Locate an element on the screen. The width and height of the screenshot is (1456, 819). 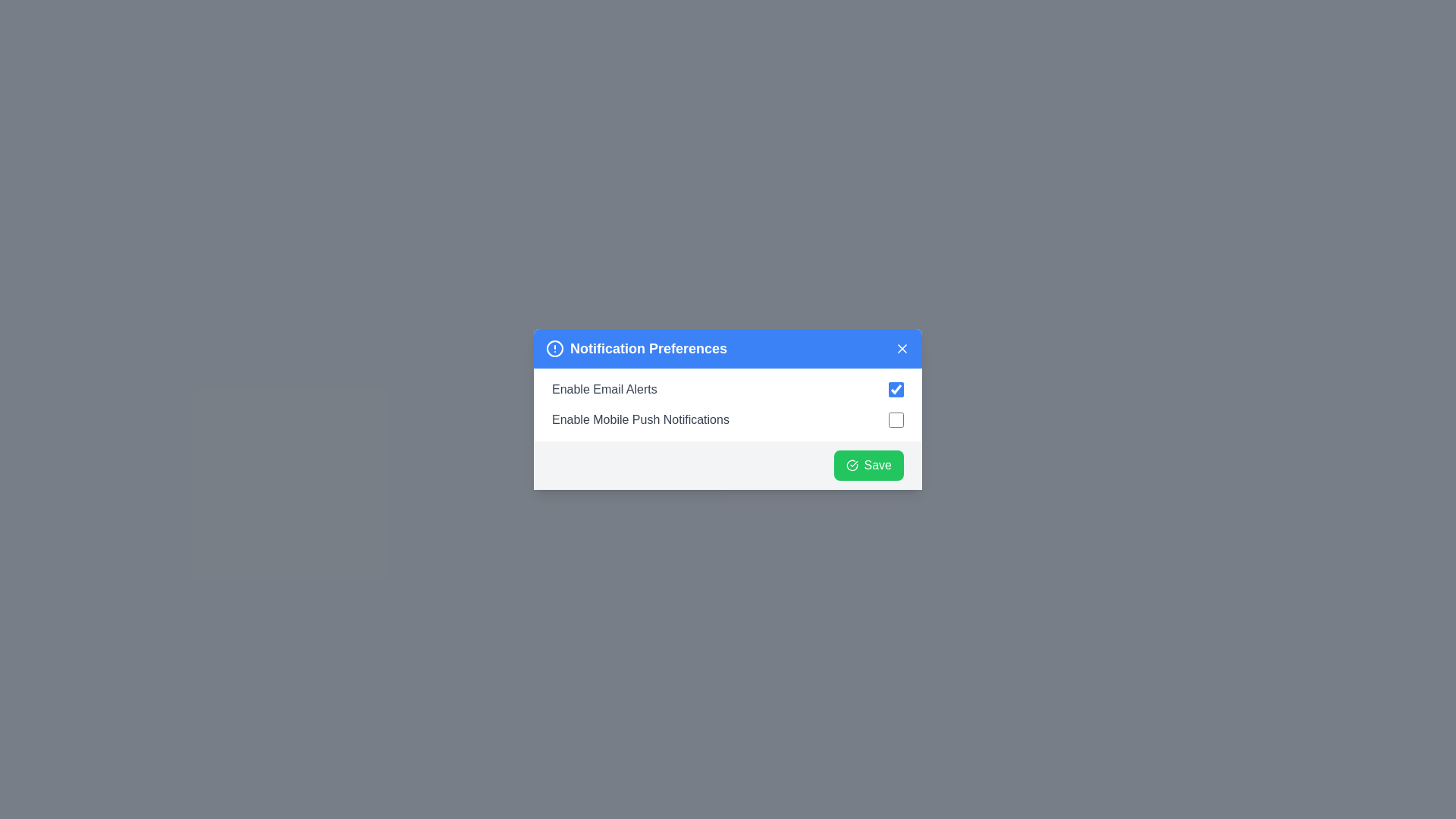
the circular green outlined icon with a checkmark that is part of the 'Save' button in the 'Notification Preferences' dialog box is located at coordinates (852, 464).